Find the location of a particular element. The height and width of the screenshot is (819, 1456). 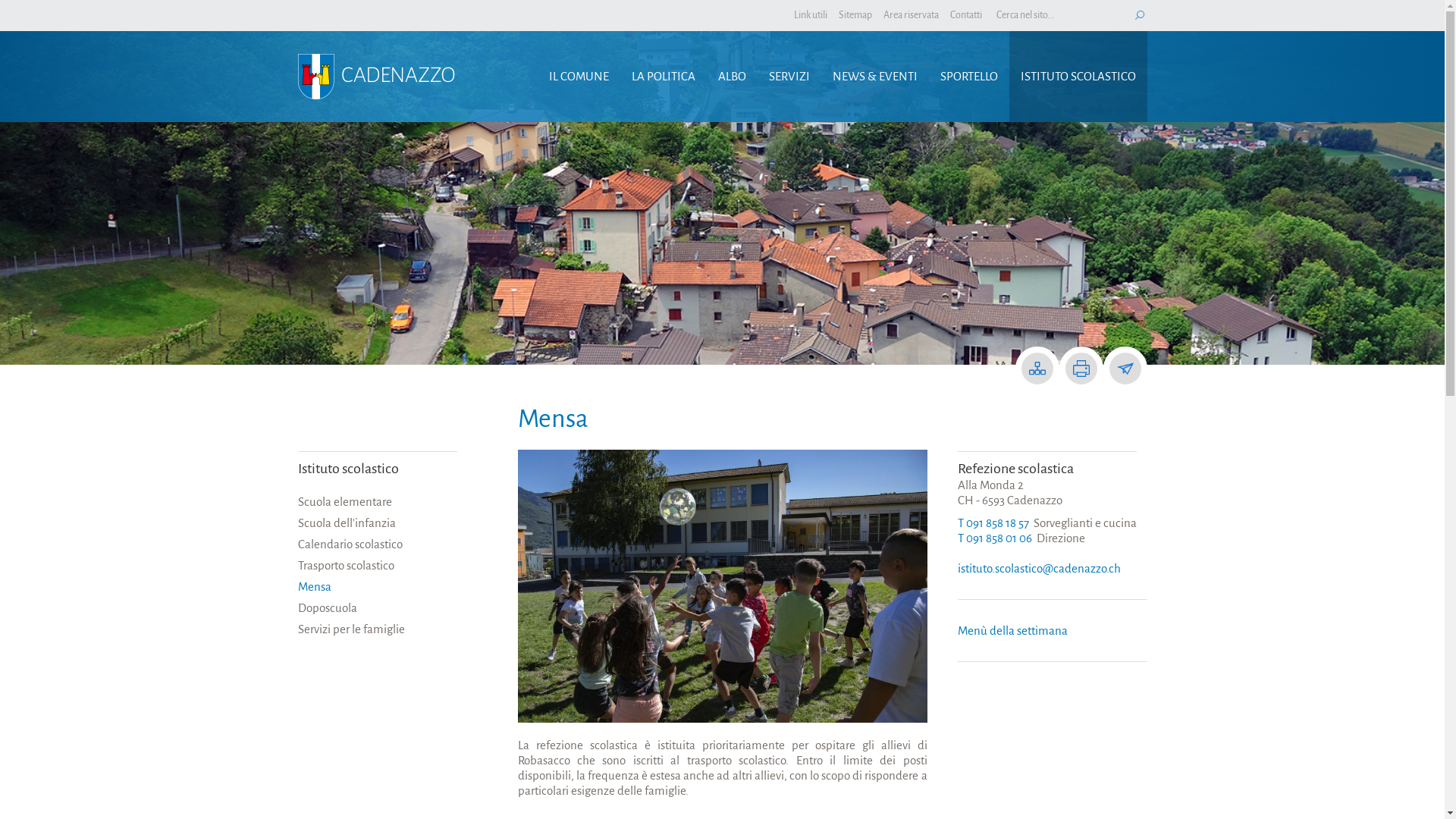

'LA POLITICA' is located at coordinates (620, 76).